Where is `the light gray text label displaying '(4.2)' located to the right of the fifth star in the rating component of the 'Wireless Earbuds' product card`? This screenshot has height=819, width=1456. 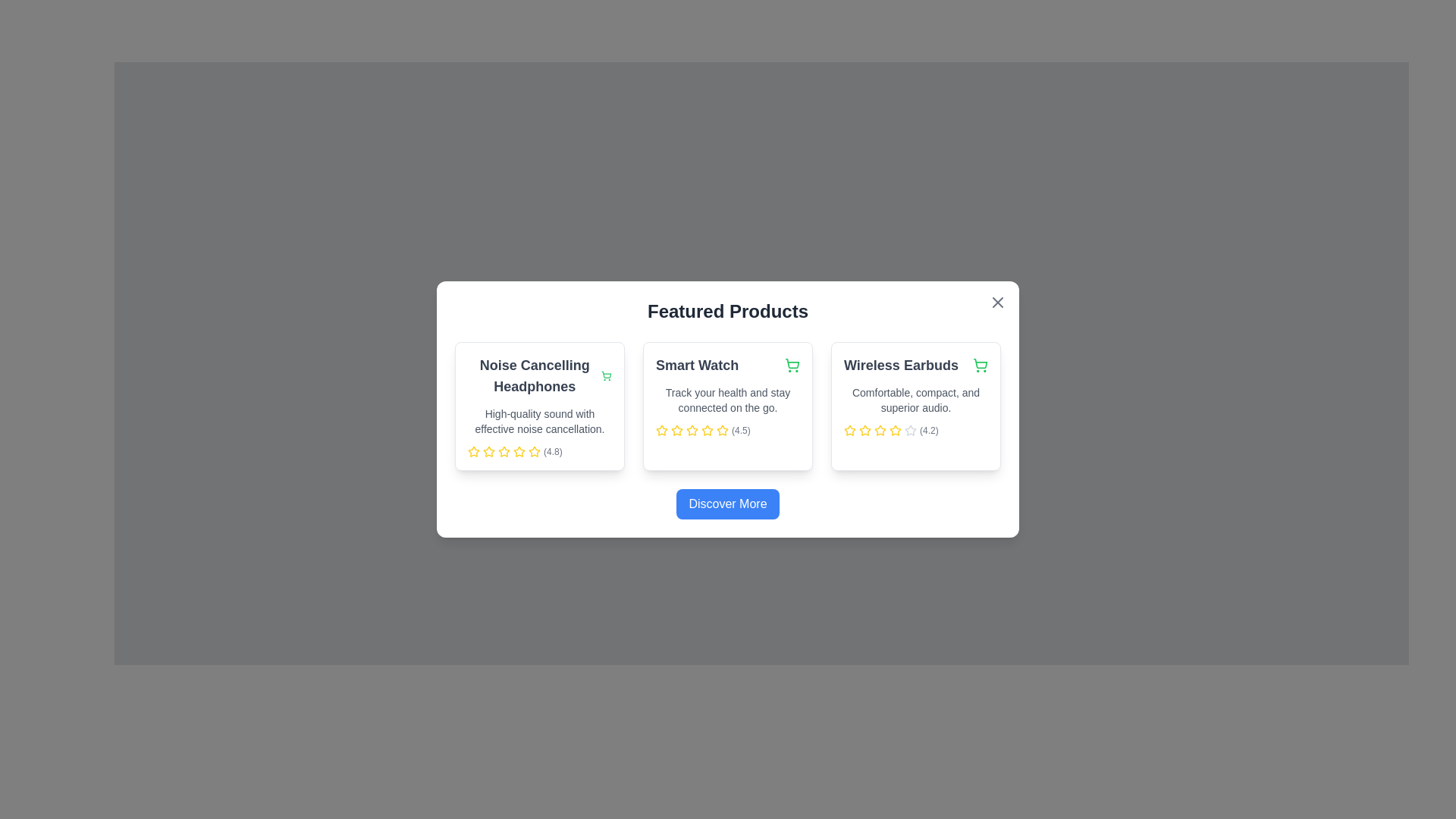
the light gray text label displaying '(4.2)' located to the right of the fifth star in the rating component of the 'Wireless Earbuds' product card is located at coordinates (928, 430).